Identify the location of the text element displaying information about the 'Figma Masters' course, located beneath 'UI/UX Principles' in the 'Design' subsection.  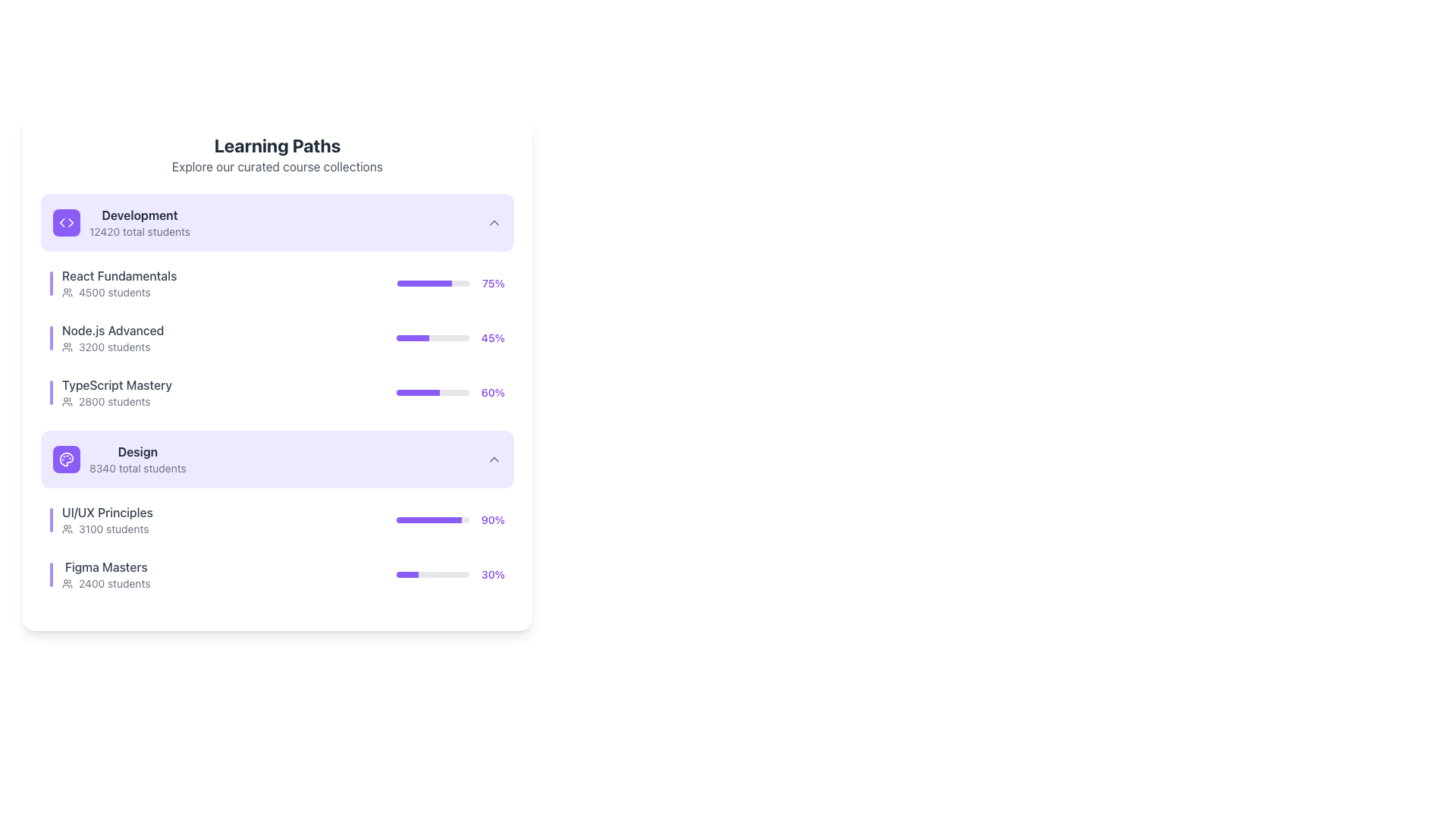
(99, 575).